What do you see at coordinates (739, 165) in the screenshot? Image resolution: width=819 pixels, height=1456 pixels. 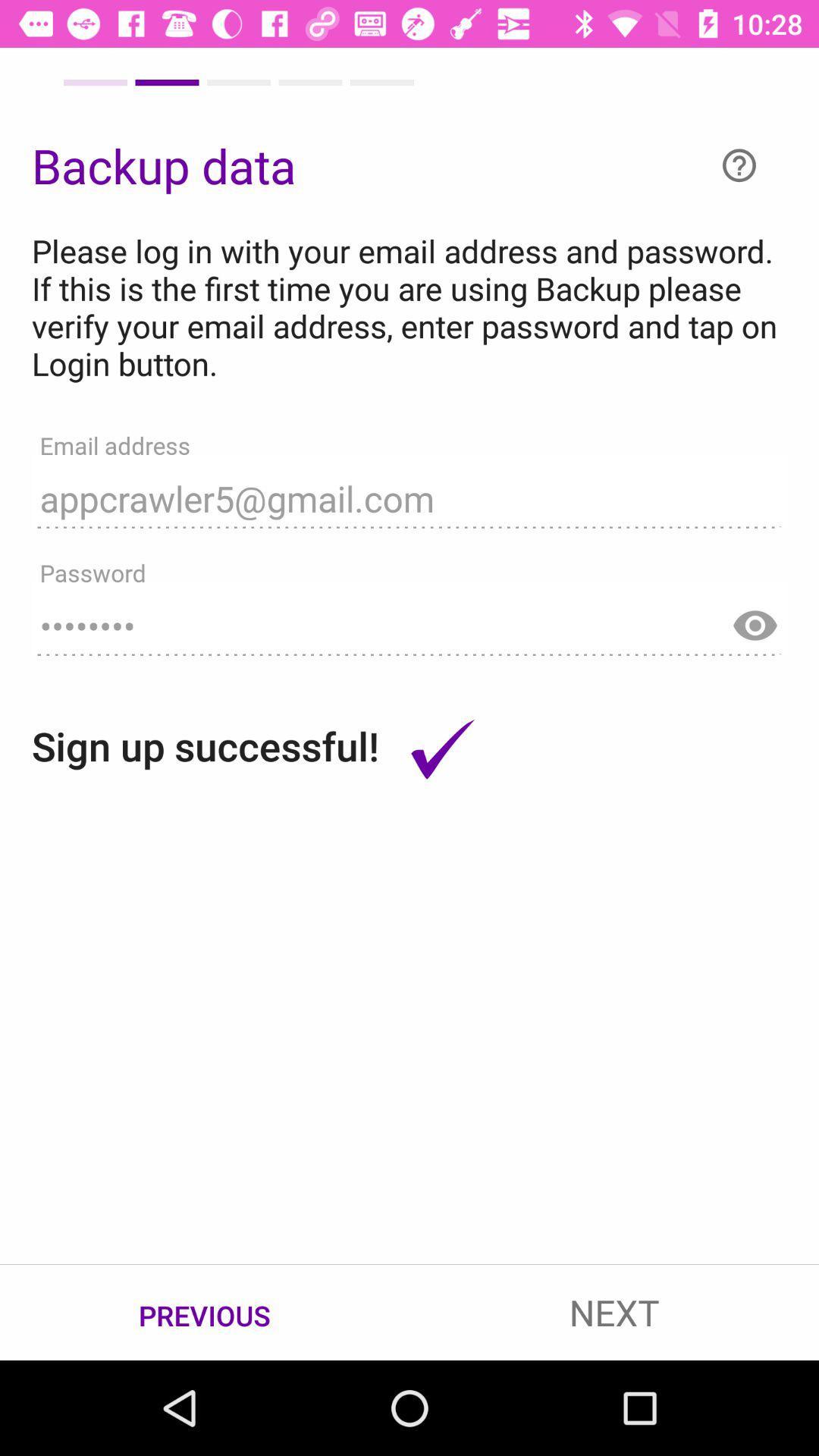 I see `question` at bounding box center [739, 165].